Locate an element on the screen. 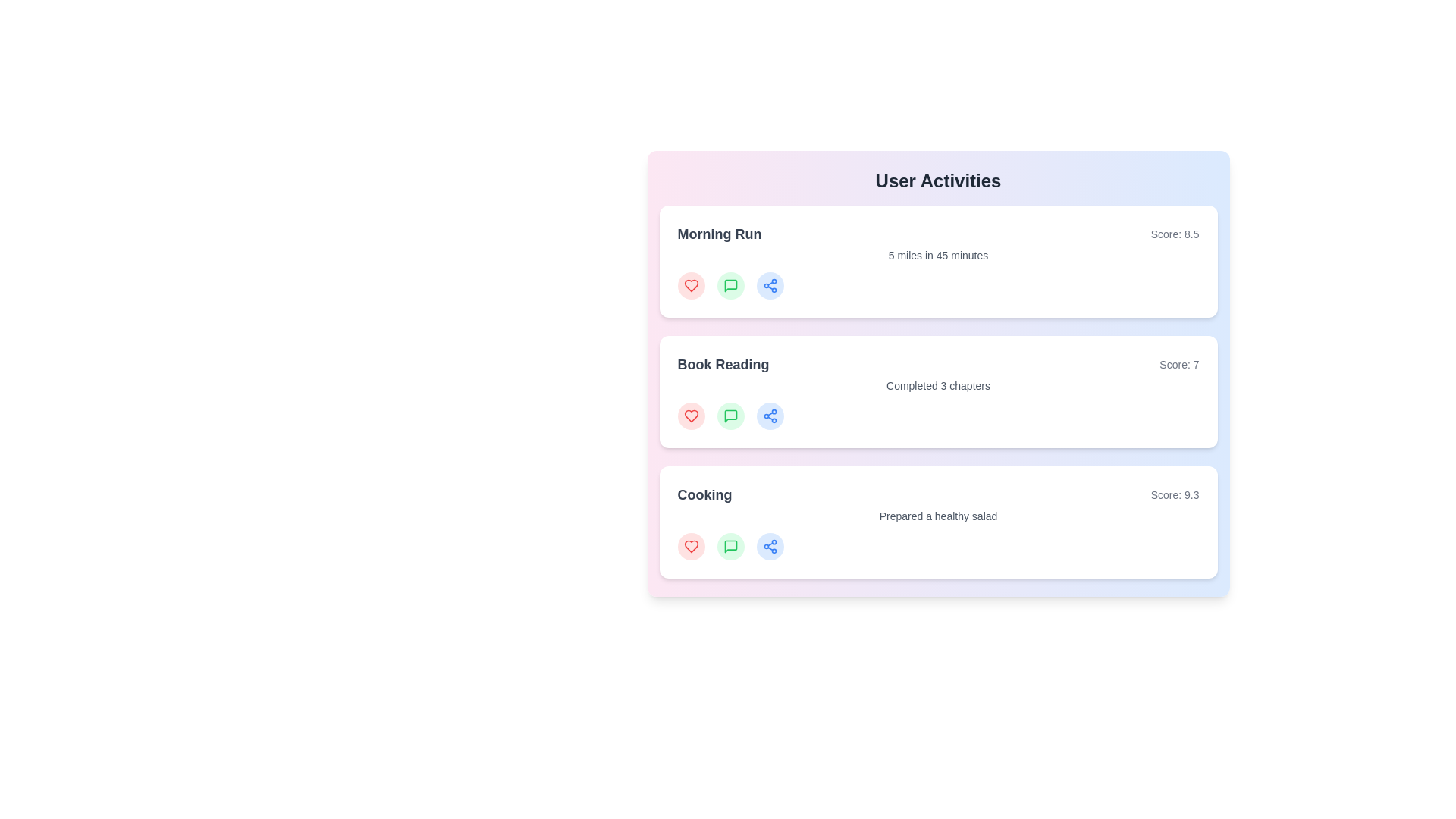  'share' button on the activity card for Morning Run is located at coordinates (770, 286).